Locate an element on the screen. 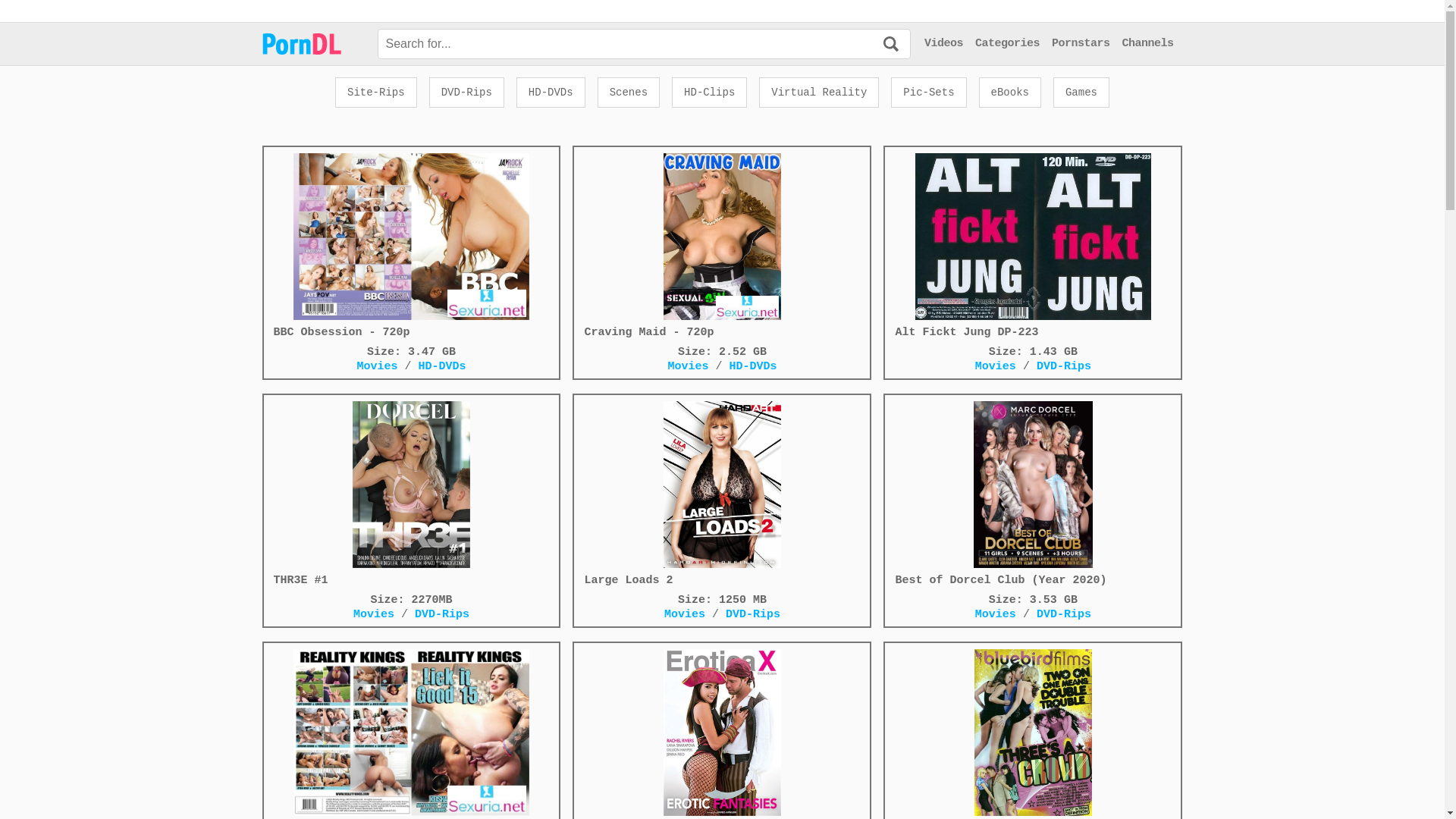 The height and width of the screenshot is (819, 1456). 'DVD-Rips' is located at coordinates (466, 93).